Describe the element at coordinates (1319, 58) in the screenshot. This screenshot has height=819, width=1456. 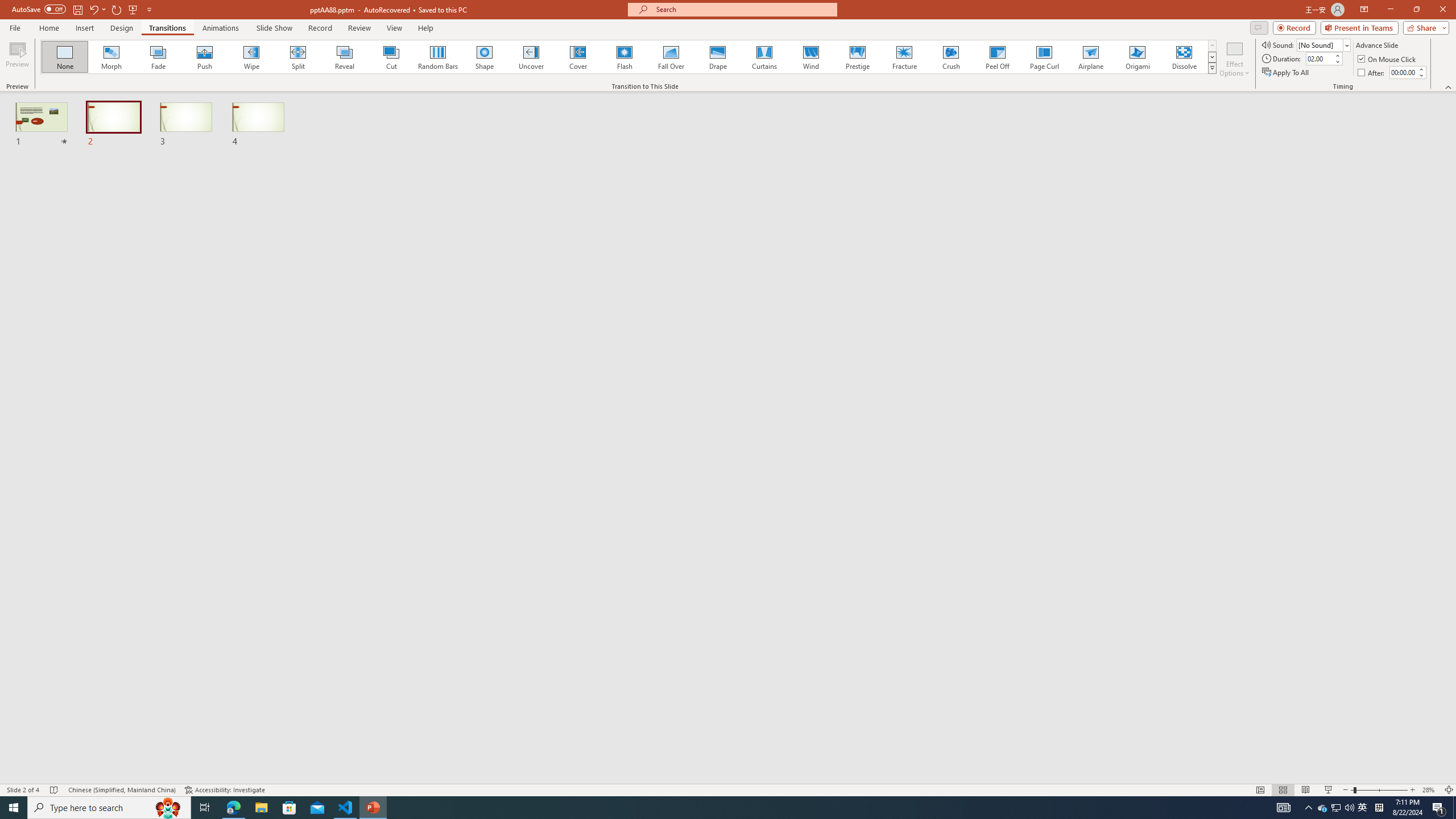
I see `'Duration'` at that location.